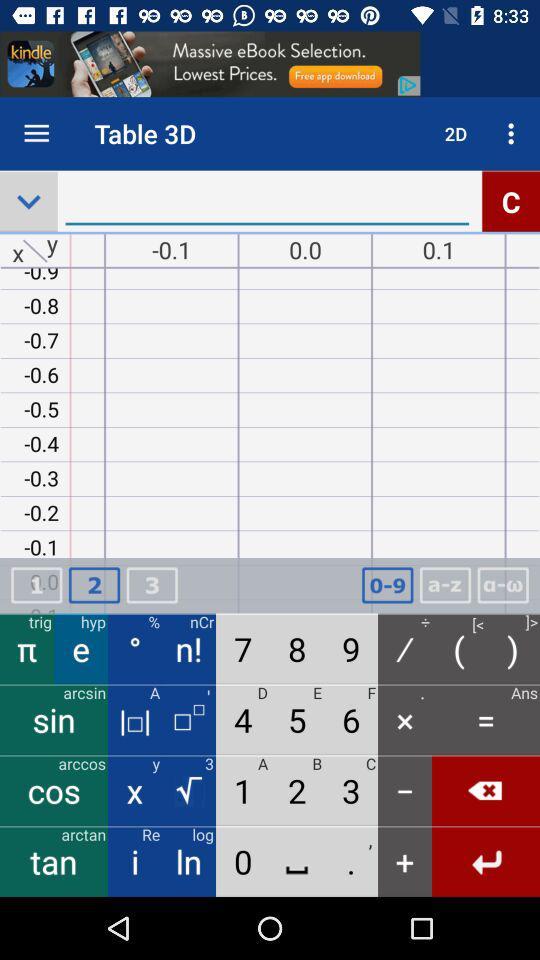 Image resolution: width=540 pixels, height=960 pixels. What do you see at coordinates (27, 201) in the screenshot?
I see `the expand_more icon` at bounding box center [27, 201].